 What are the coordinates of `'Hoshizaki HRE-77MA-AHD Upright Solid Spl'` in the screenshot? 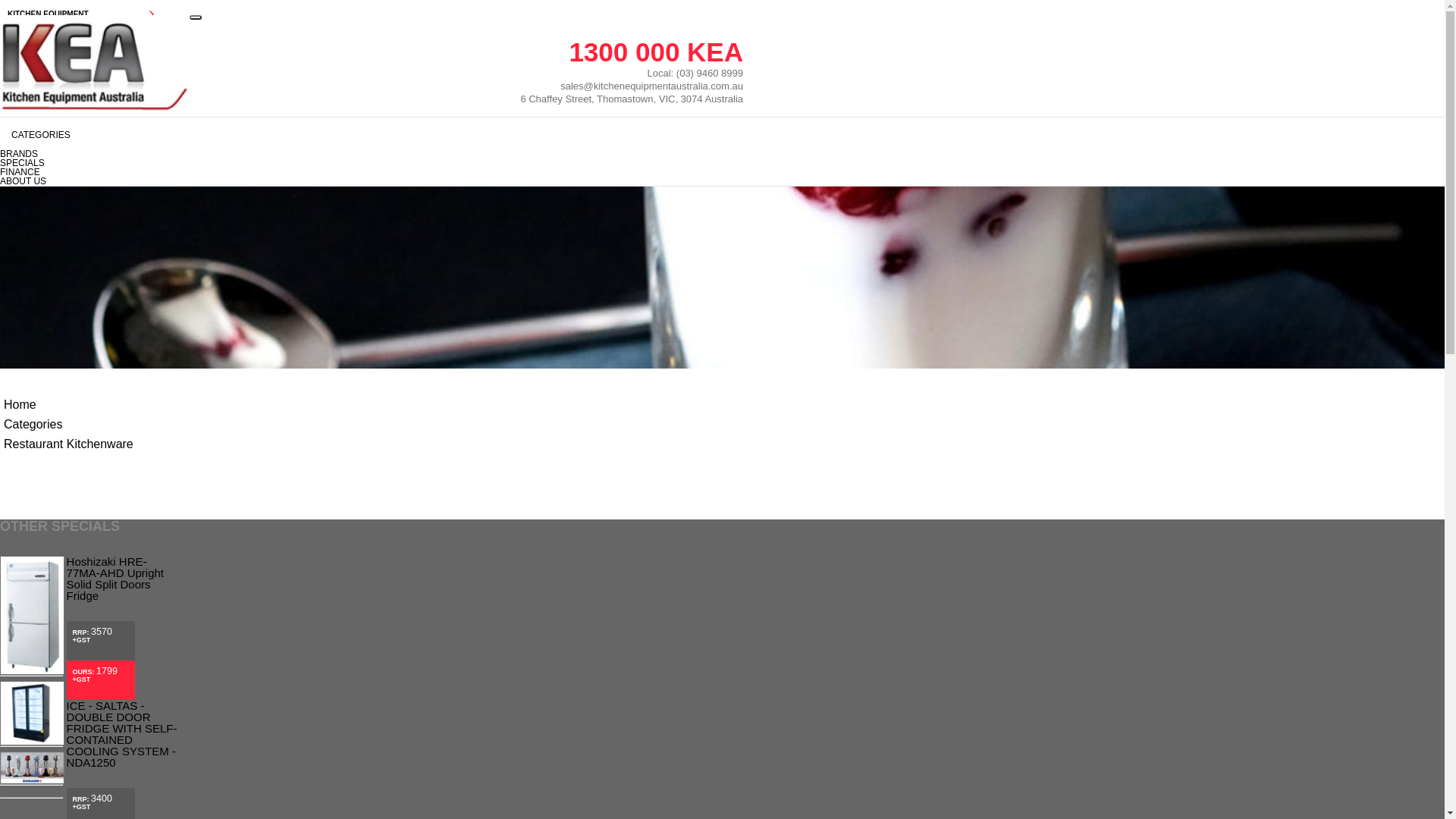 It's located at (0, 671).